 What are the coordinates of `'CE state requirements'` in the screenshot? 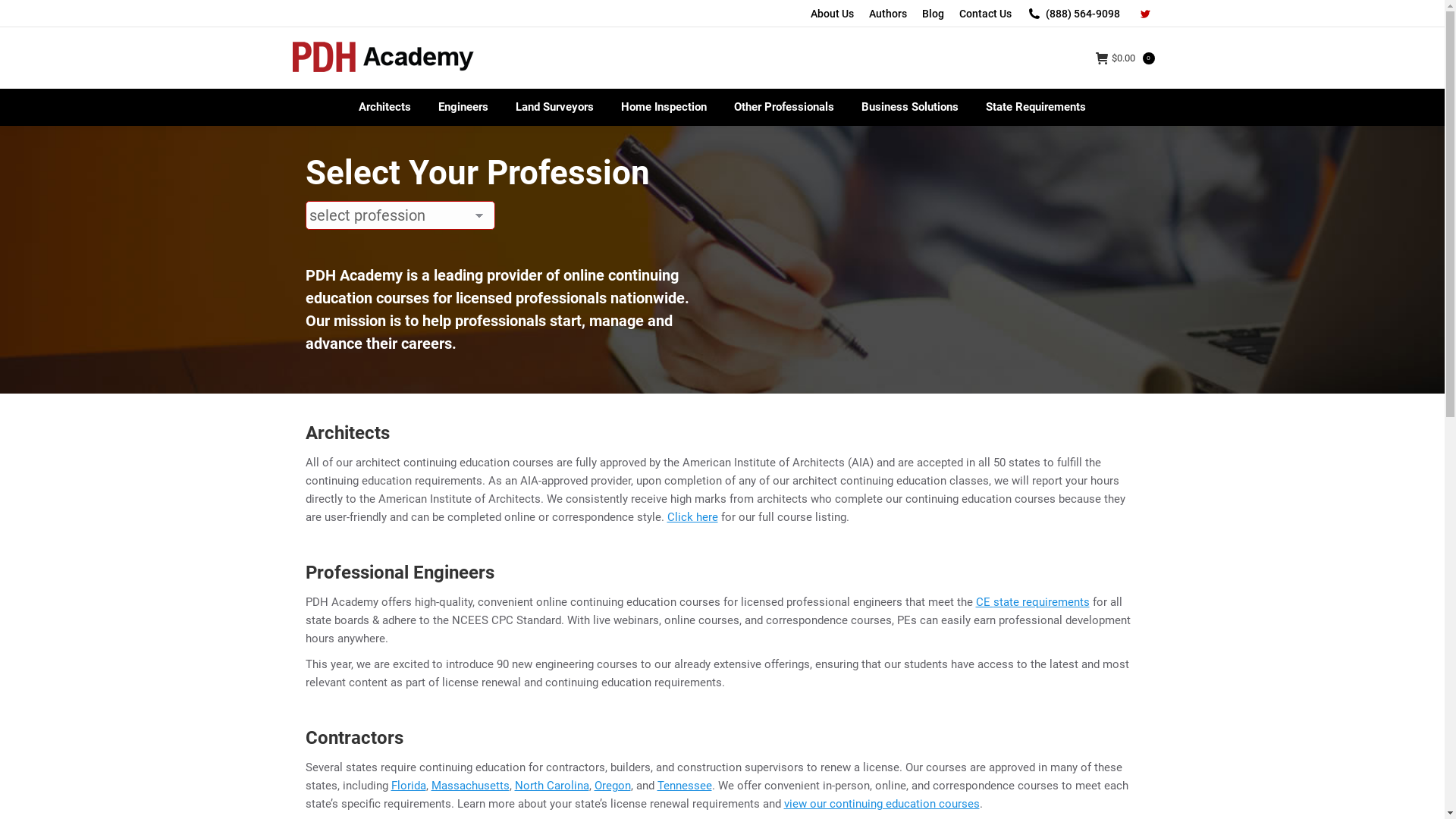 It's located at (1031, 601).